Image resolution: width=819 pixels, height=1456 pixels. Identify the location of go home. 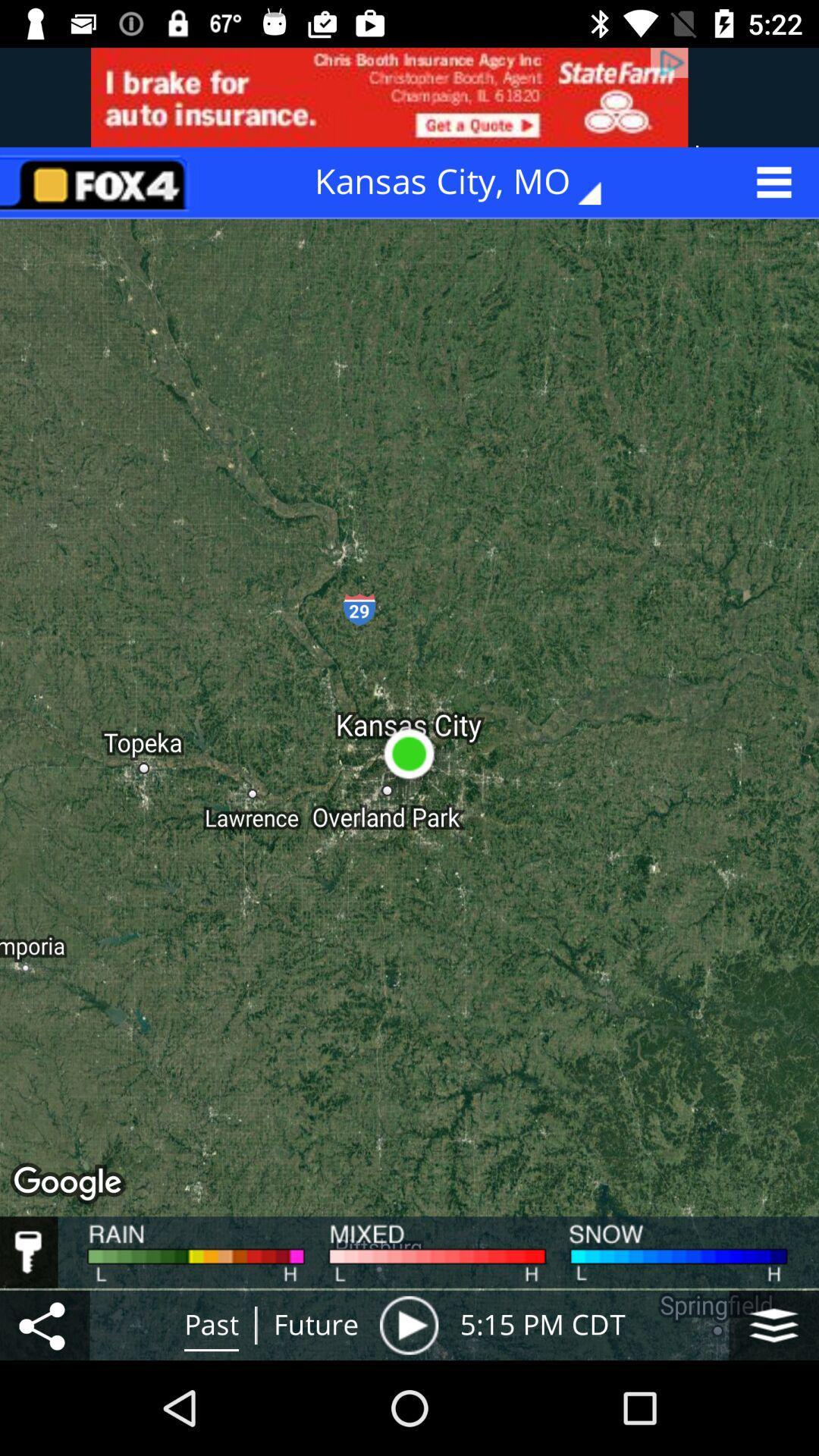
(99, 182).